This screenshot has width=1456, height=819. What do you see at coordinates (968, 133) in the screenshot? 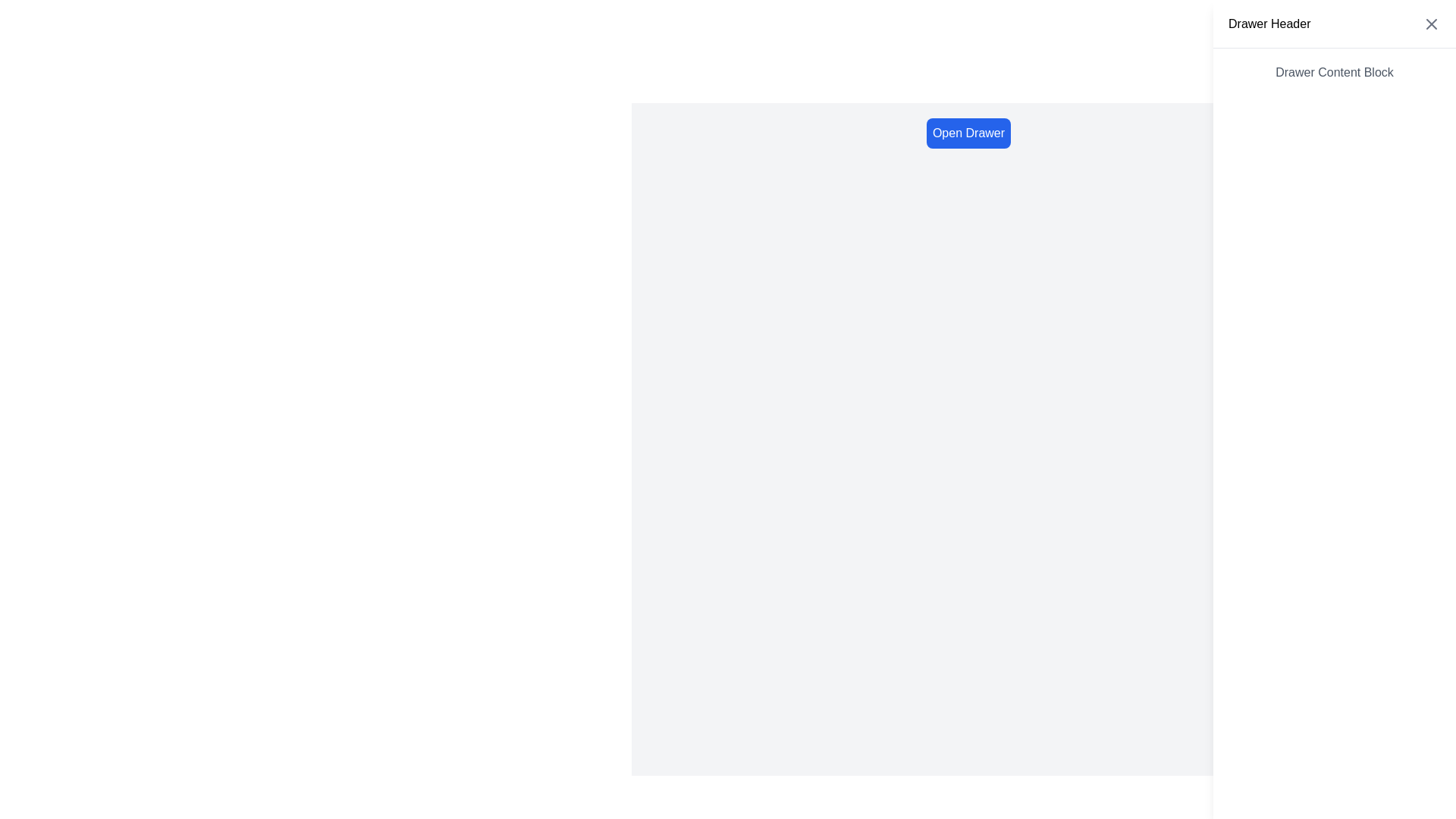
I see `the button with a blue background and white text reading 'Open Drawer' to observe the styling change when the background darkens` at bounding box center [968, 133].